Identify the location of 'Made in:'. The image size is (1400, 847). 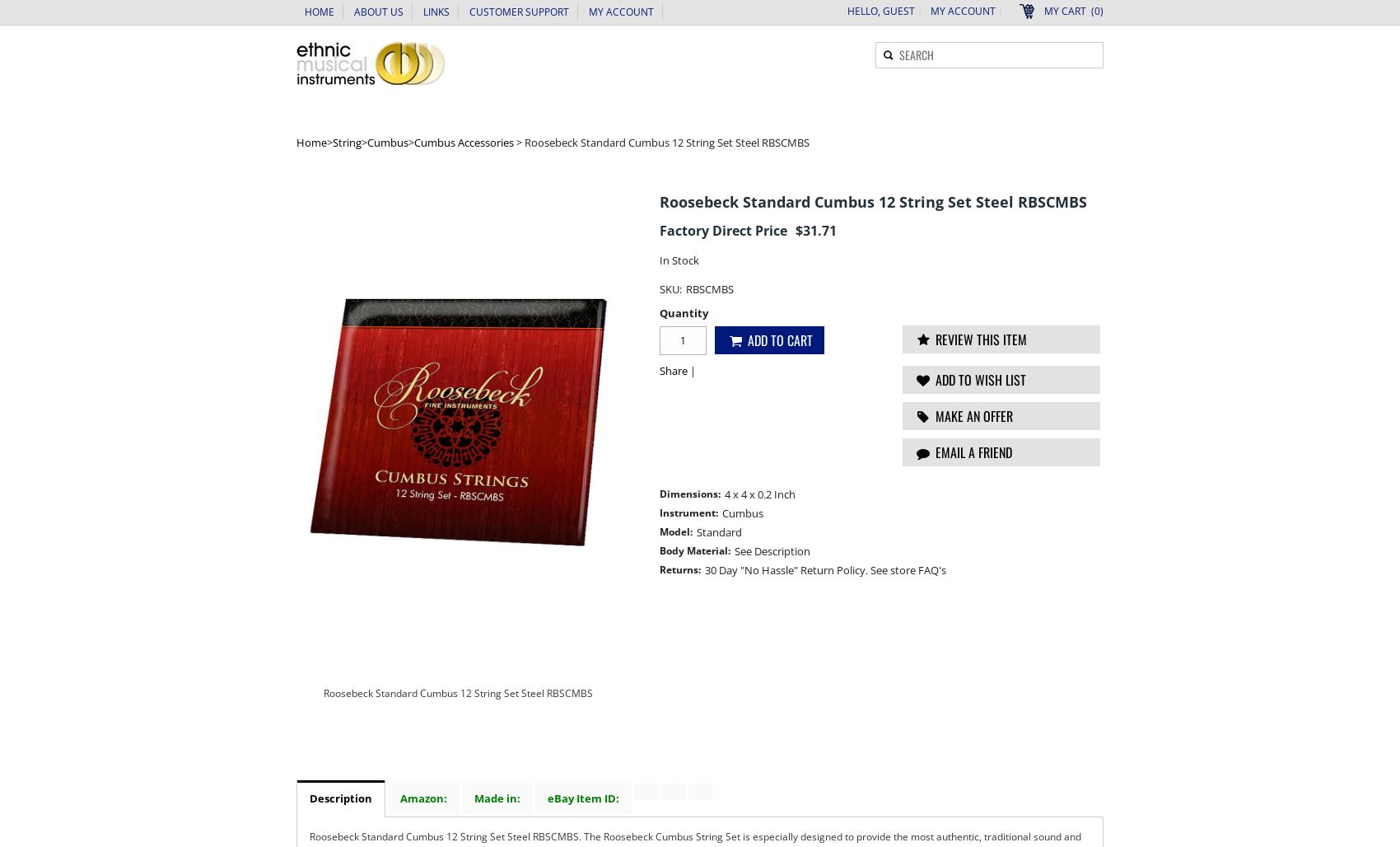
(497, 796).